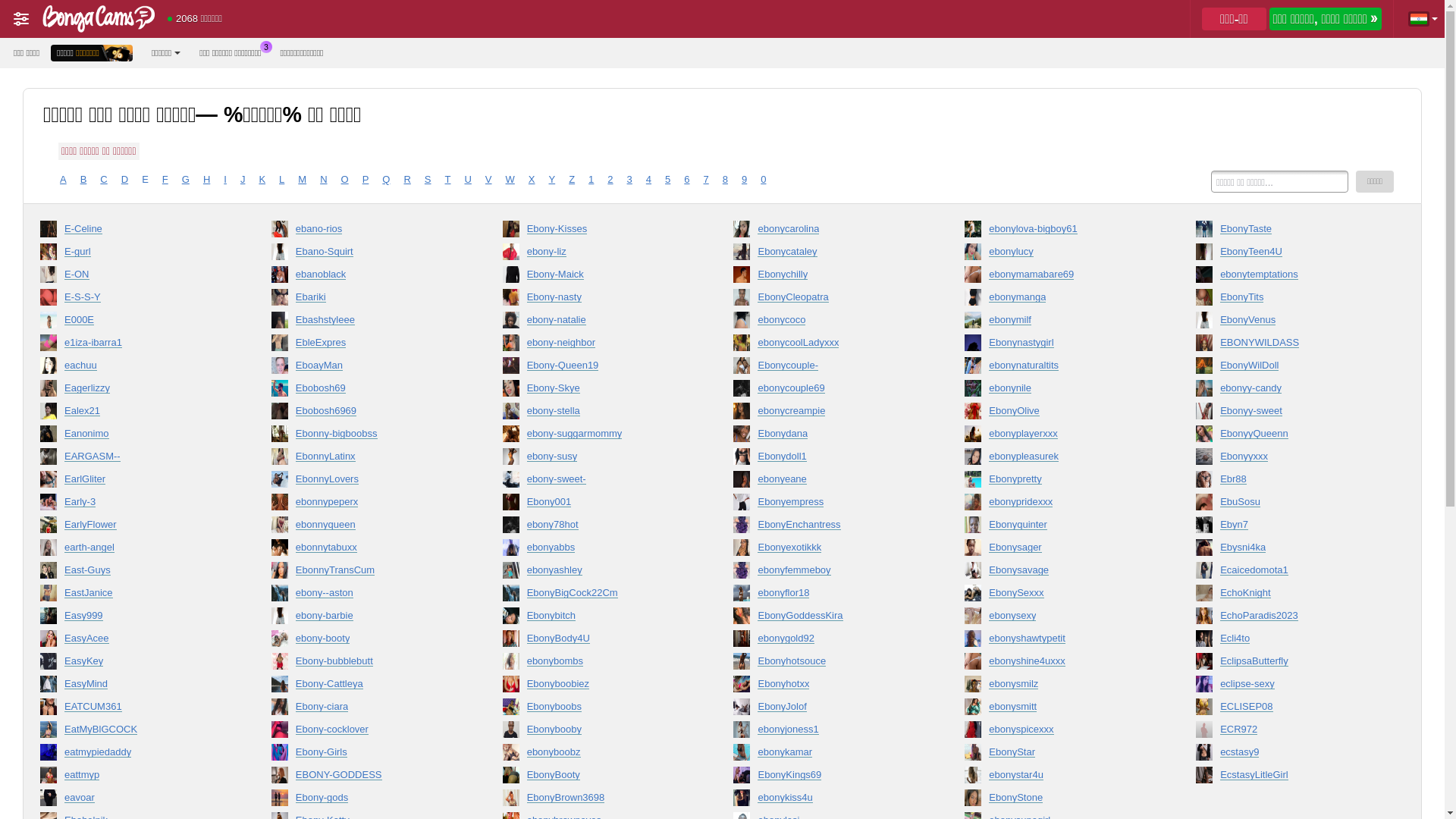  What do you see at coordinates (1058, 619) in the screenshot?
I see `'ebonysexy'` at bounding box center [1058, 619].